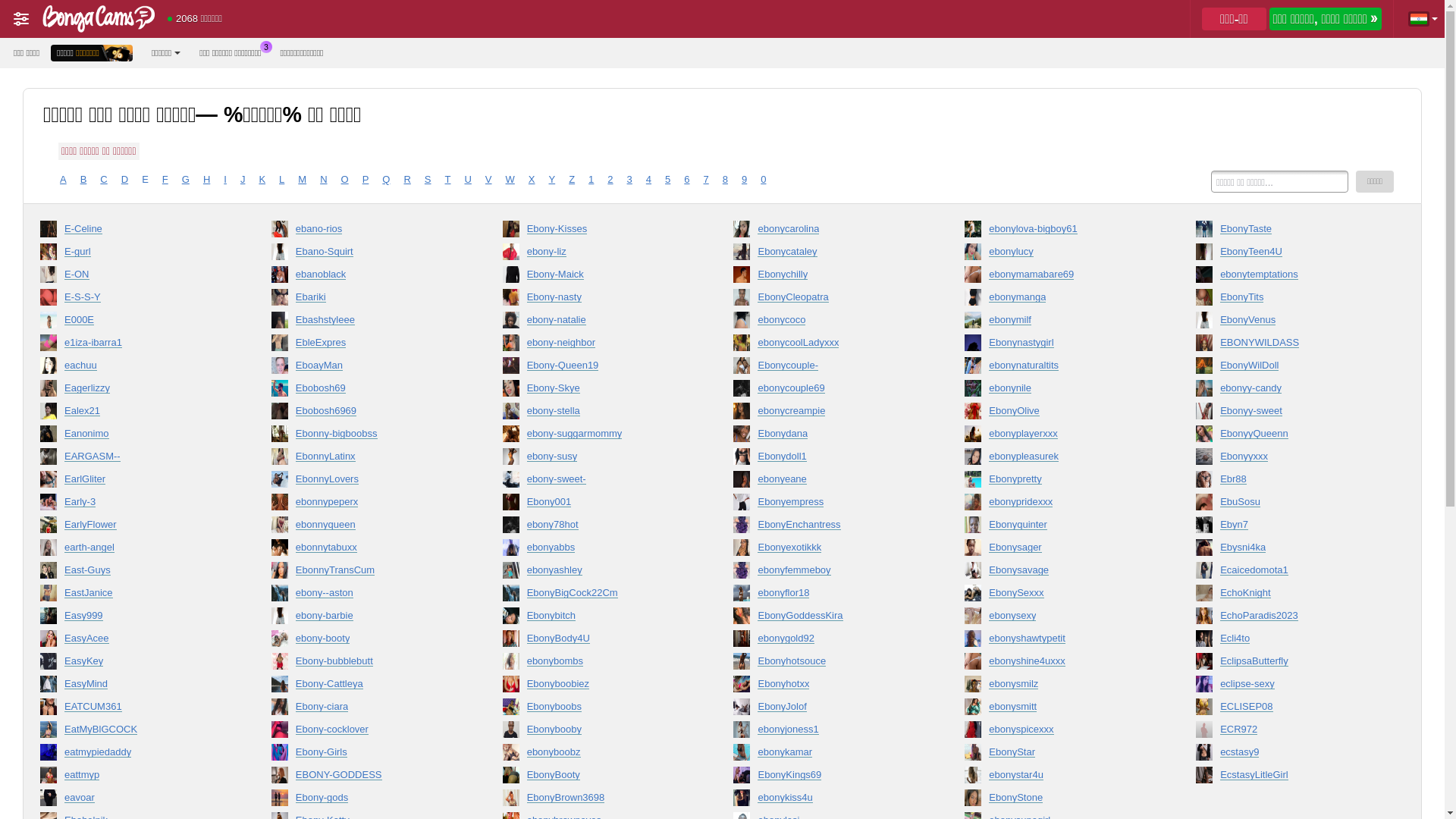  What do you see at coordinates (1058, 619) in the screenshot?
I see `'ebonysexy'` at bounding box center [1058, 619].